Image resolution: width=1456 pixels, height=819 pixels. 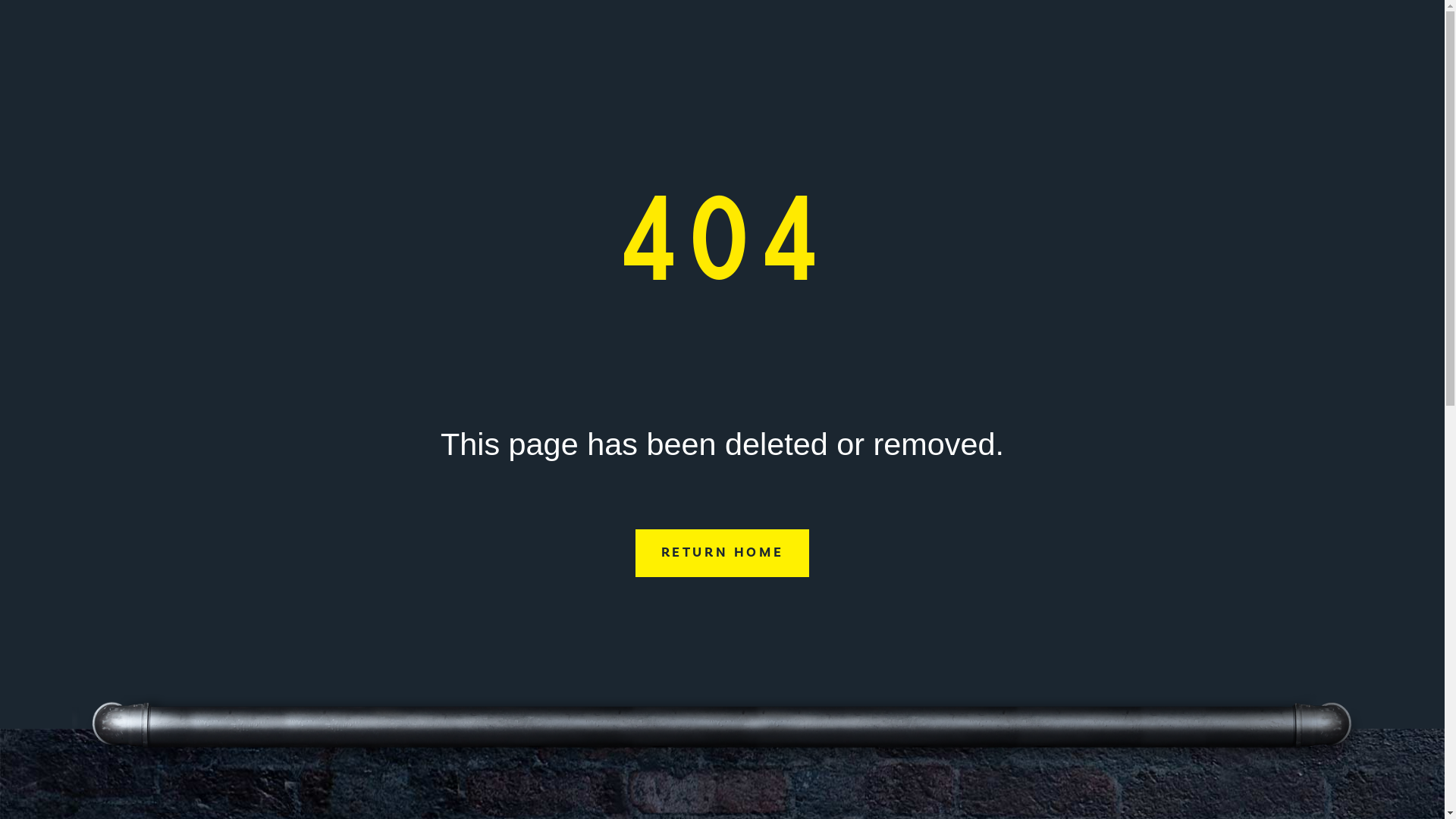 What do you see at coordinates (635, 553) in the screenshot?
I see `'RETURN HOME'` at bounding box center [635, 553].